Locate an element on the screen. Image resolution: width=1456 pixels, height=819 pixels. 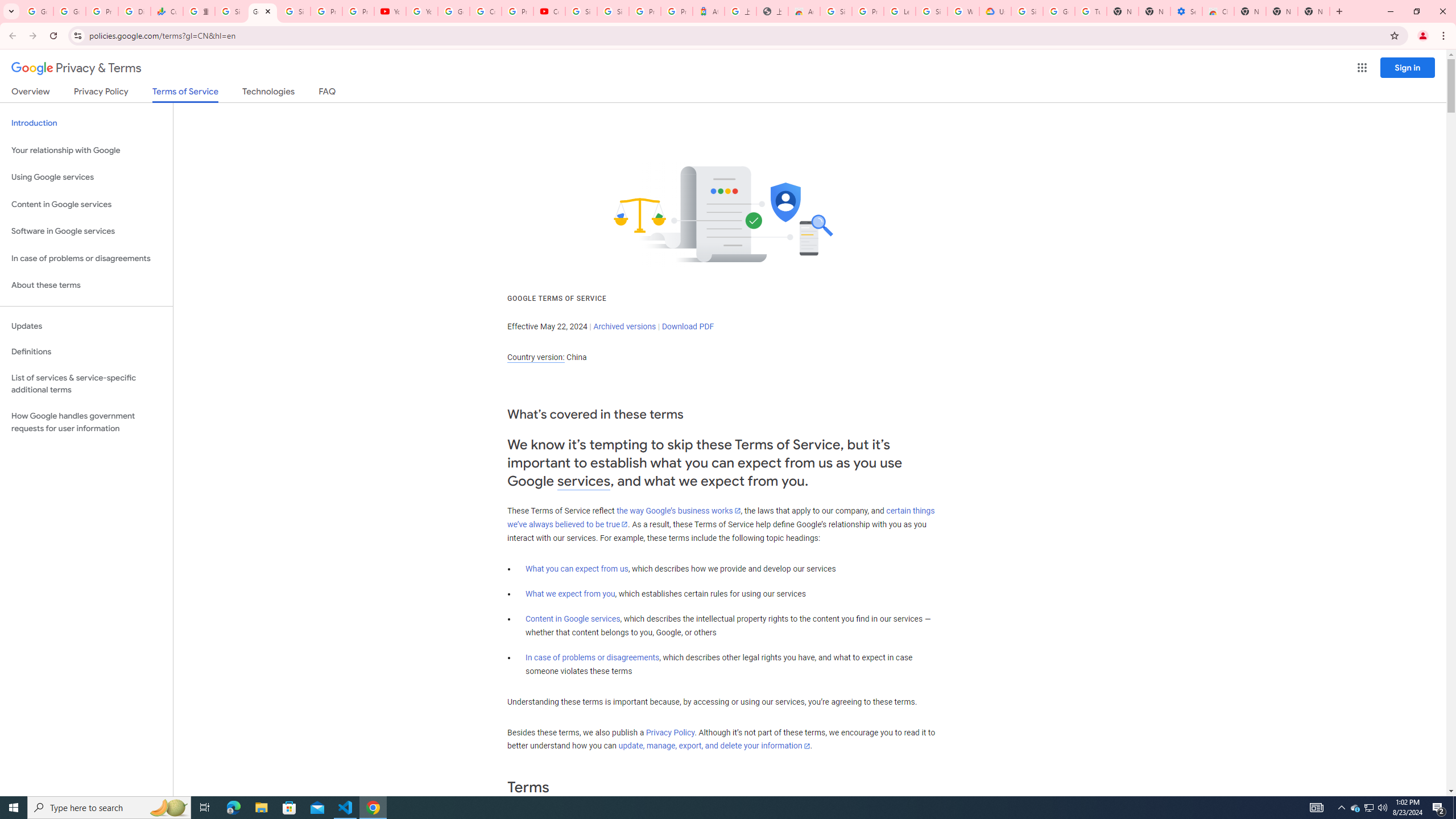
'Overview' is located at coordinates (30, 93).